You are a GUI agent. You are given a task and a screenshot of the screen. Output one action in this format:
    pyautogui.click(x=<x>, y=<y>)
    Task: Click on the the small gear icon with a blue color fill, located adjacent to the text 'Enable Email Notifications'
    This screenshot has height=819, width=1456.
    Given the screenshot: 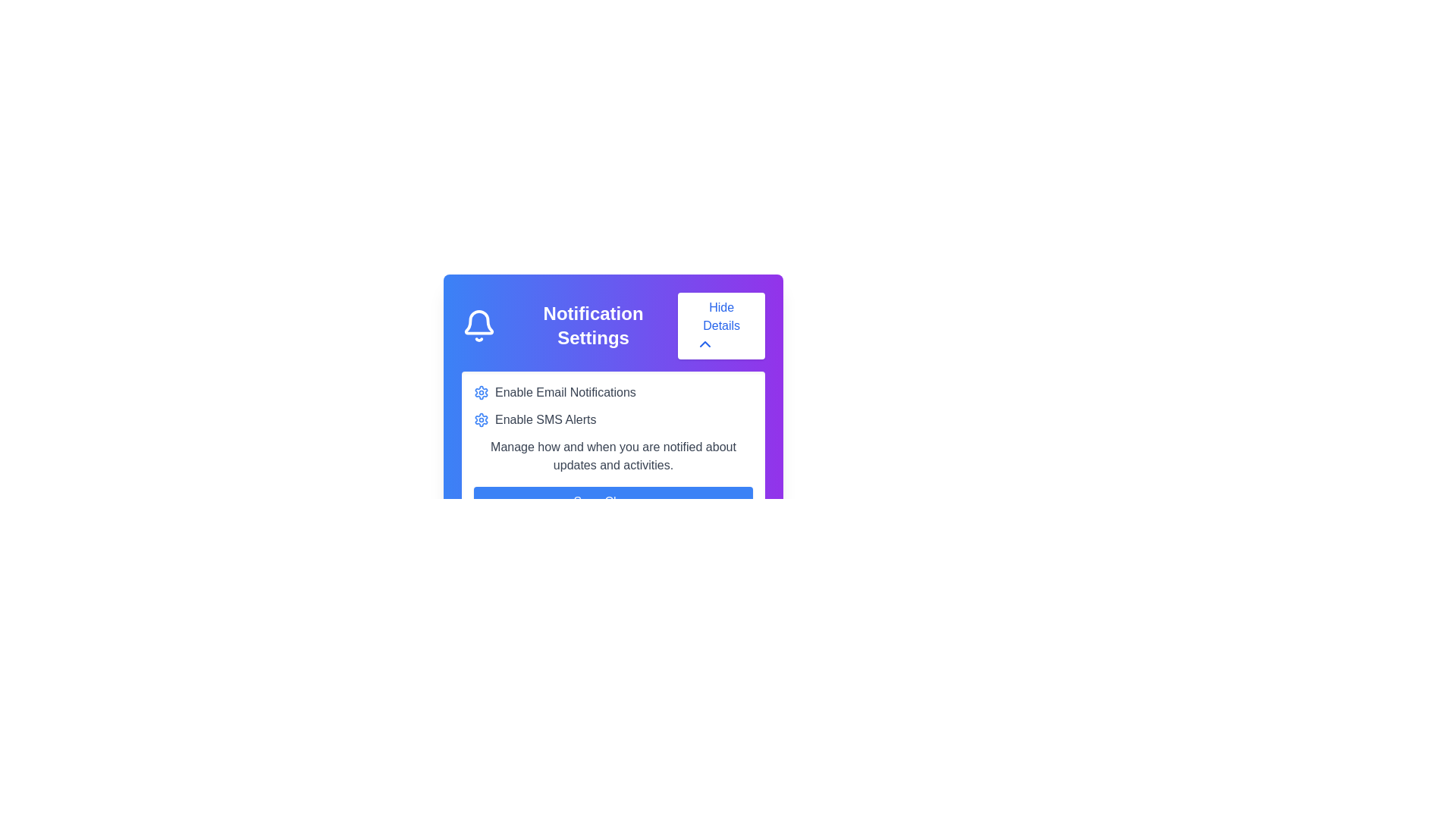 What is the action you would take?
    pyautogui.click(x=480, y=391)
    